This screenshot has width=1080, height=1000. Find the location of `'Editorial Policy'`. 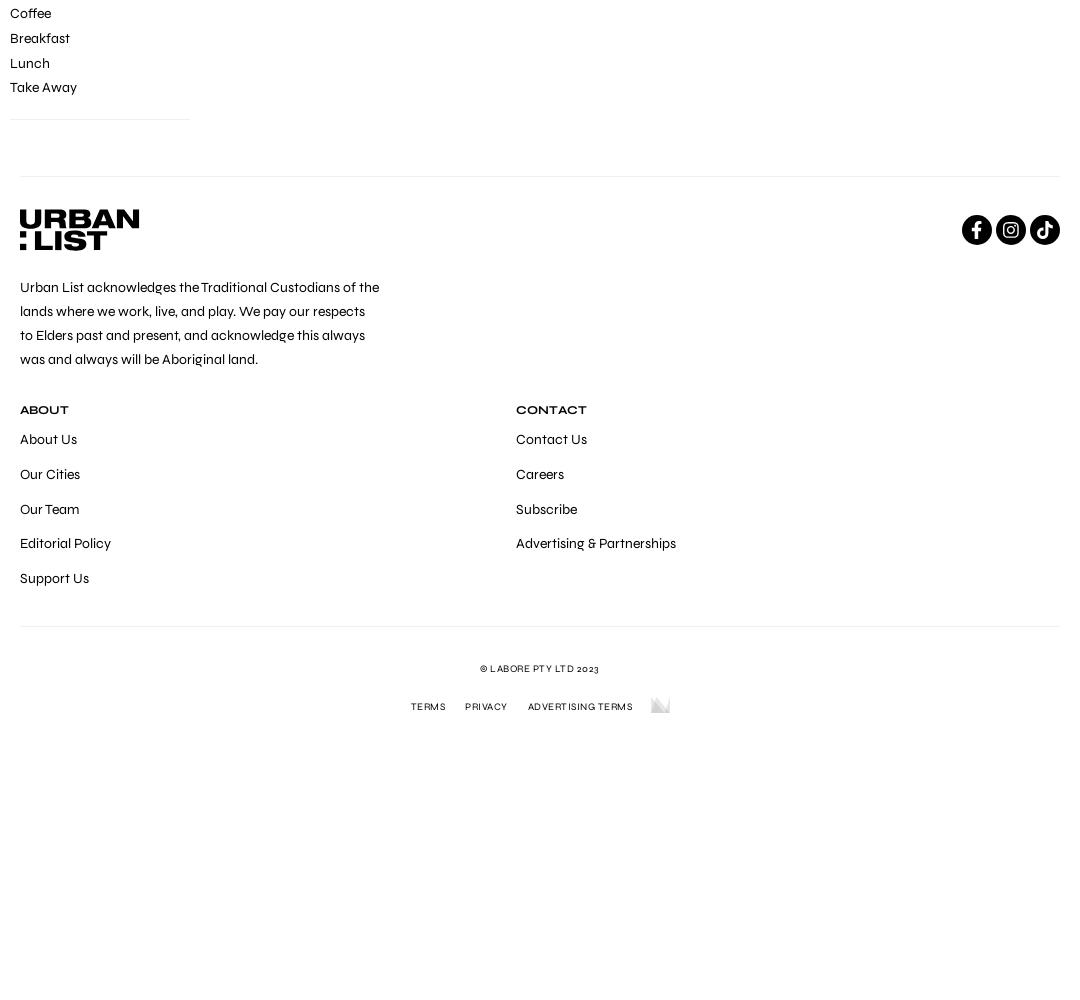

'Editorial Policy' is located at coordinates (64, 543).